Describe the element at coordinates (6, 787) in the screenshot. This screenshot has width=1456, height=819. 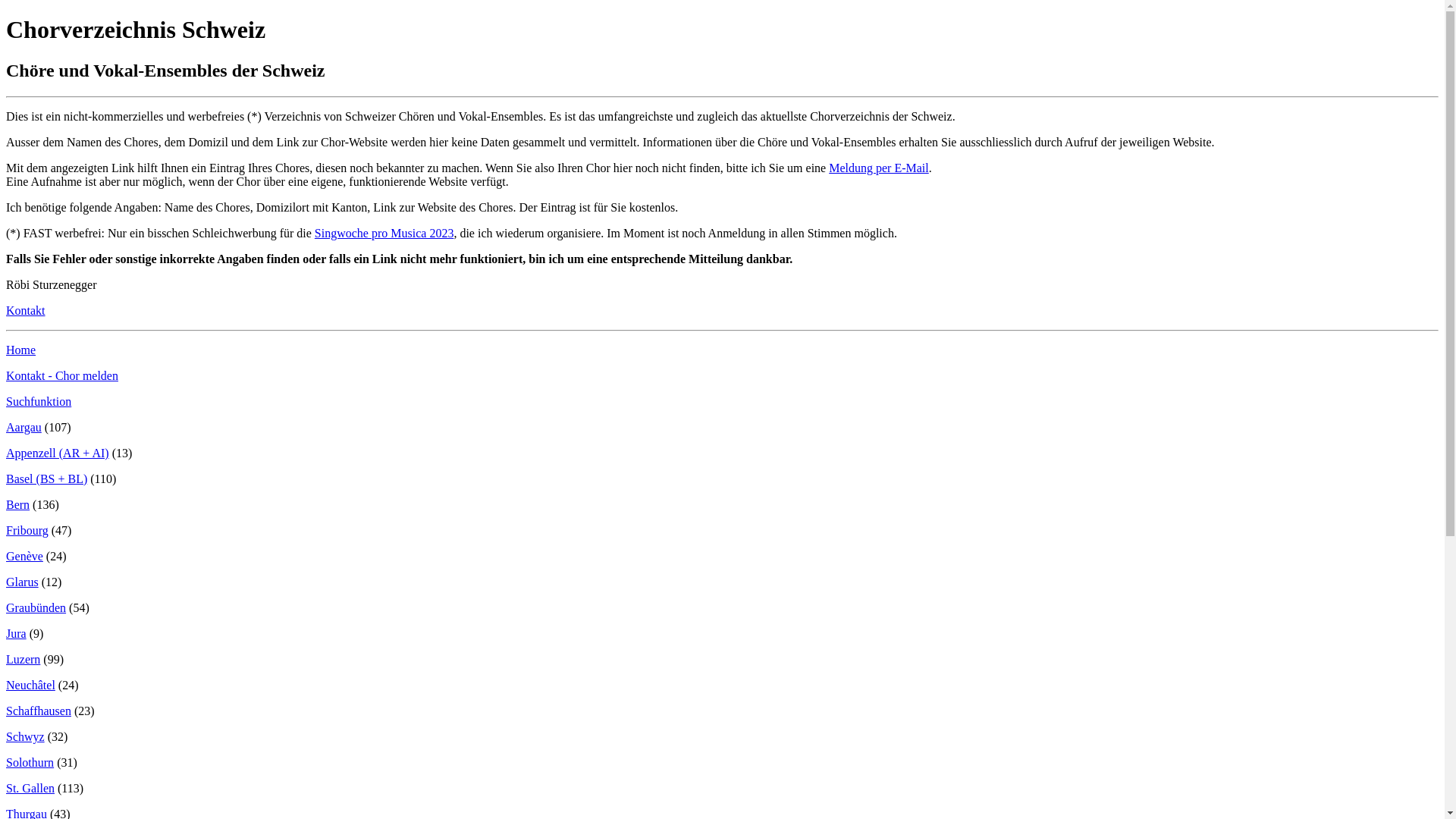
I see `'St. Gallen'` at that location.